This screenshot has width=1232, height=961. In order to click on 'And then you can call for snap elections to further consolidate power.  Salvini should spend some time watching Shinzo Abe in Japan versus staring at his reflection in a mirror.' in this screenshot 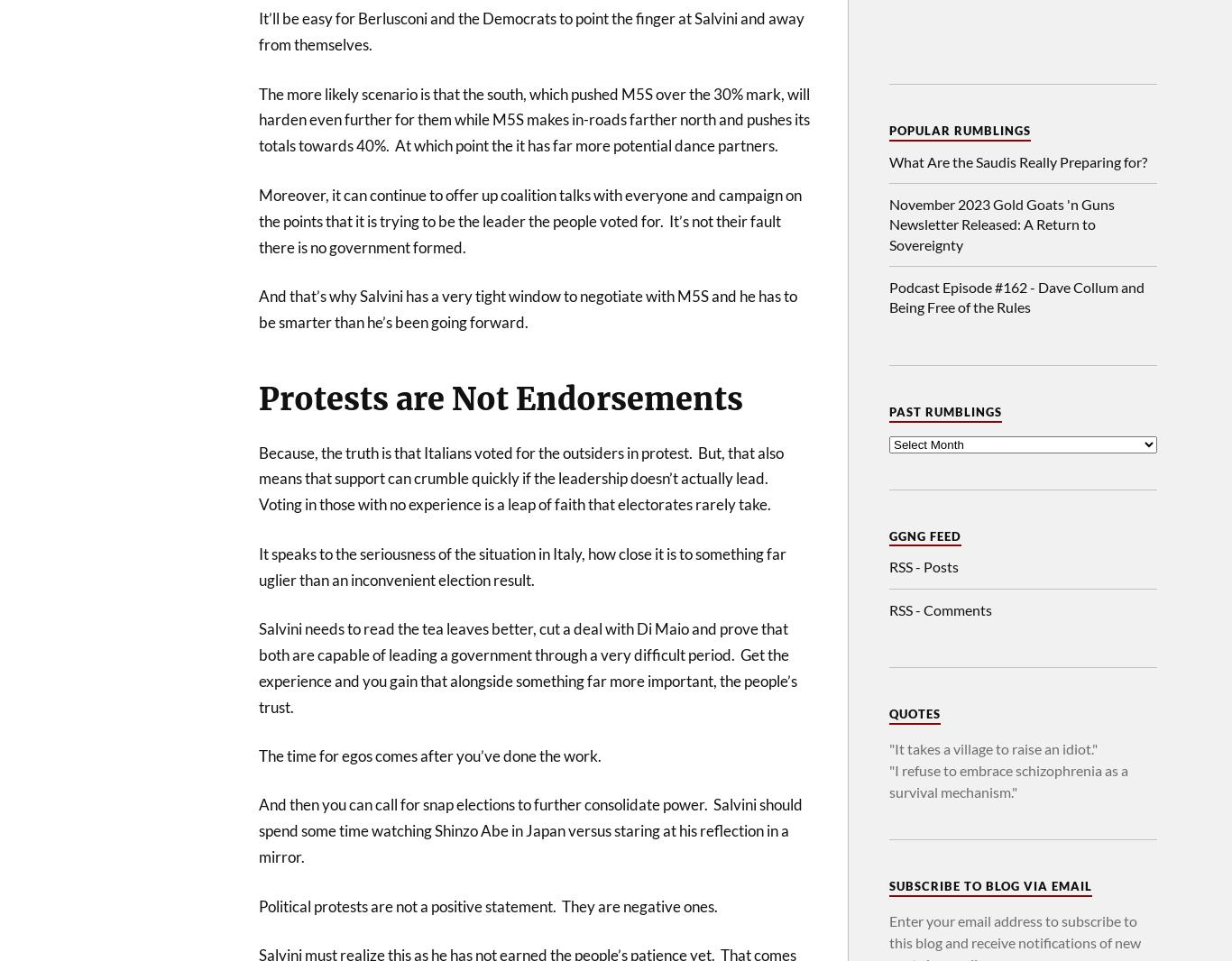, I will do `click(529, 830)`.